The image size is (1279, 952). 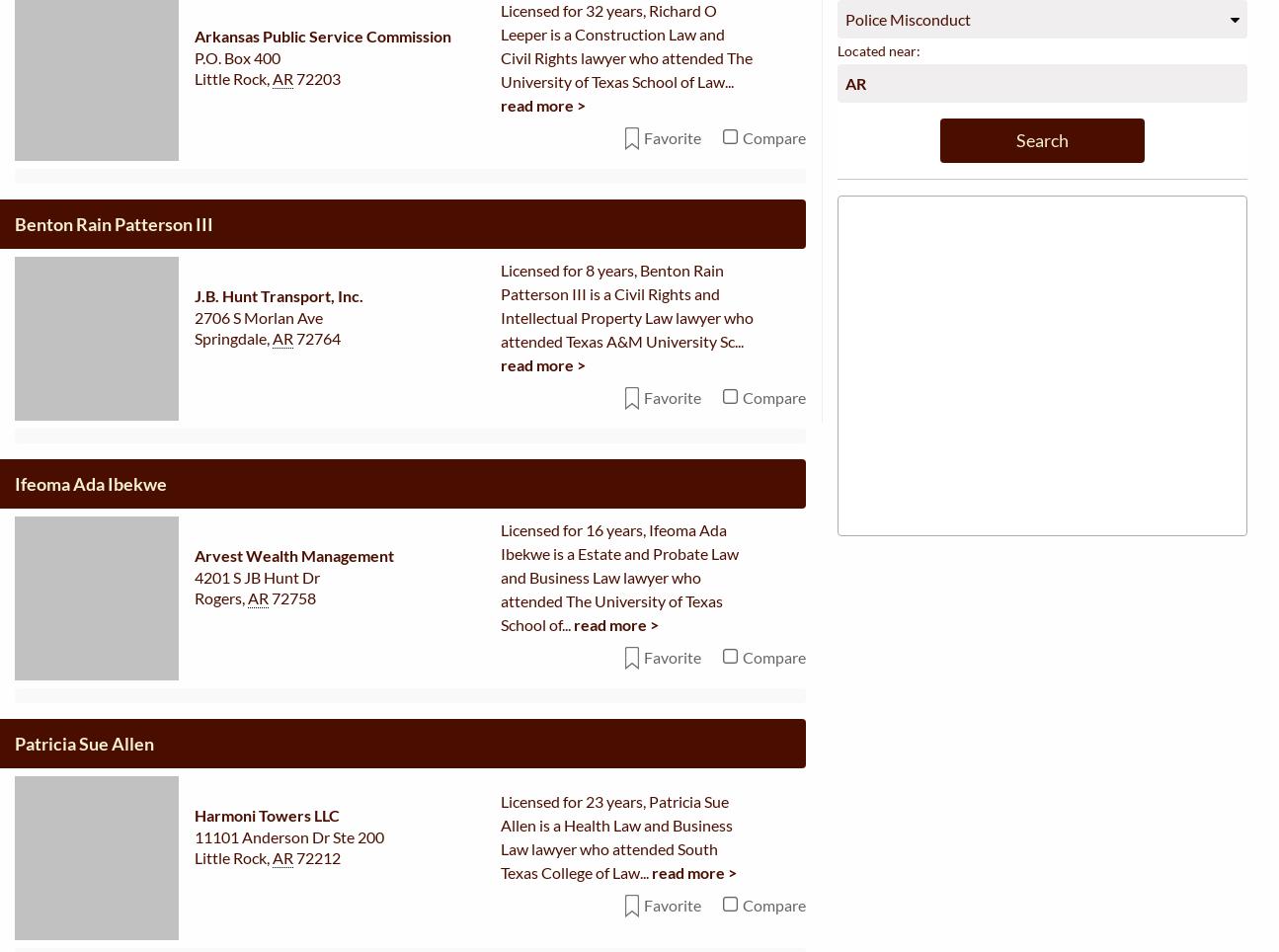 I want to click on 'Lawyer Insights', so click(x=1039, y=732).